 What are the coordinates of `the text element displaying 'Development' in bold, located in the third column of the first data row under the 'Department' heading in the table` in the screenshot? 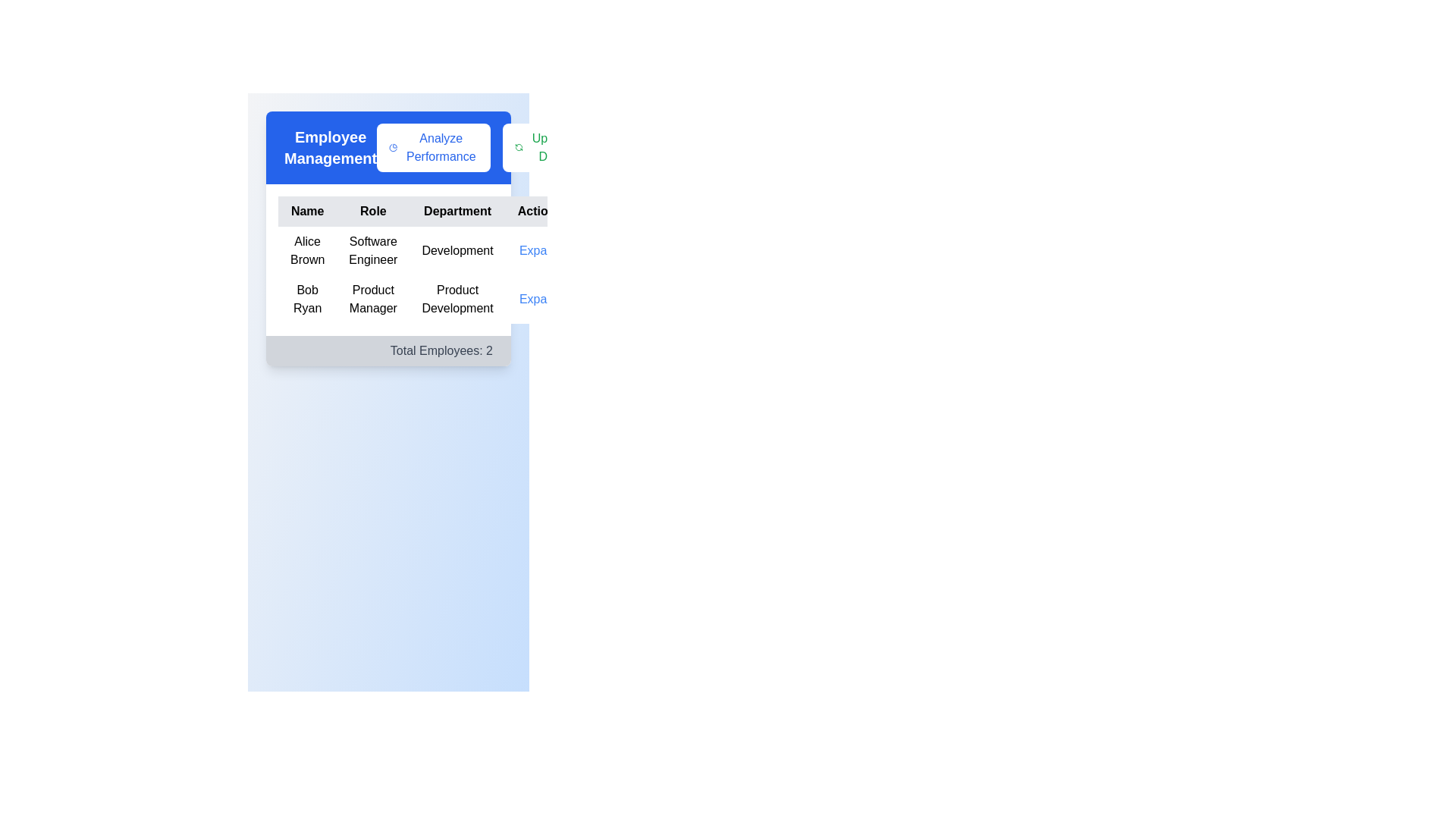 It's located at (457, 250).